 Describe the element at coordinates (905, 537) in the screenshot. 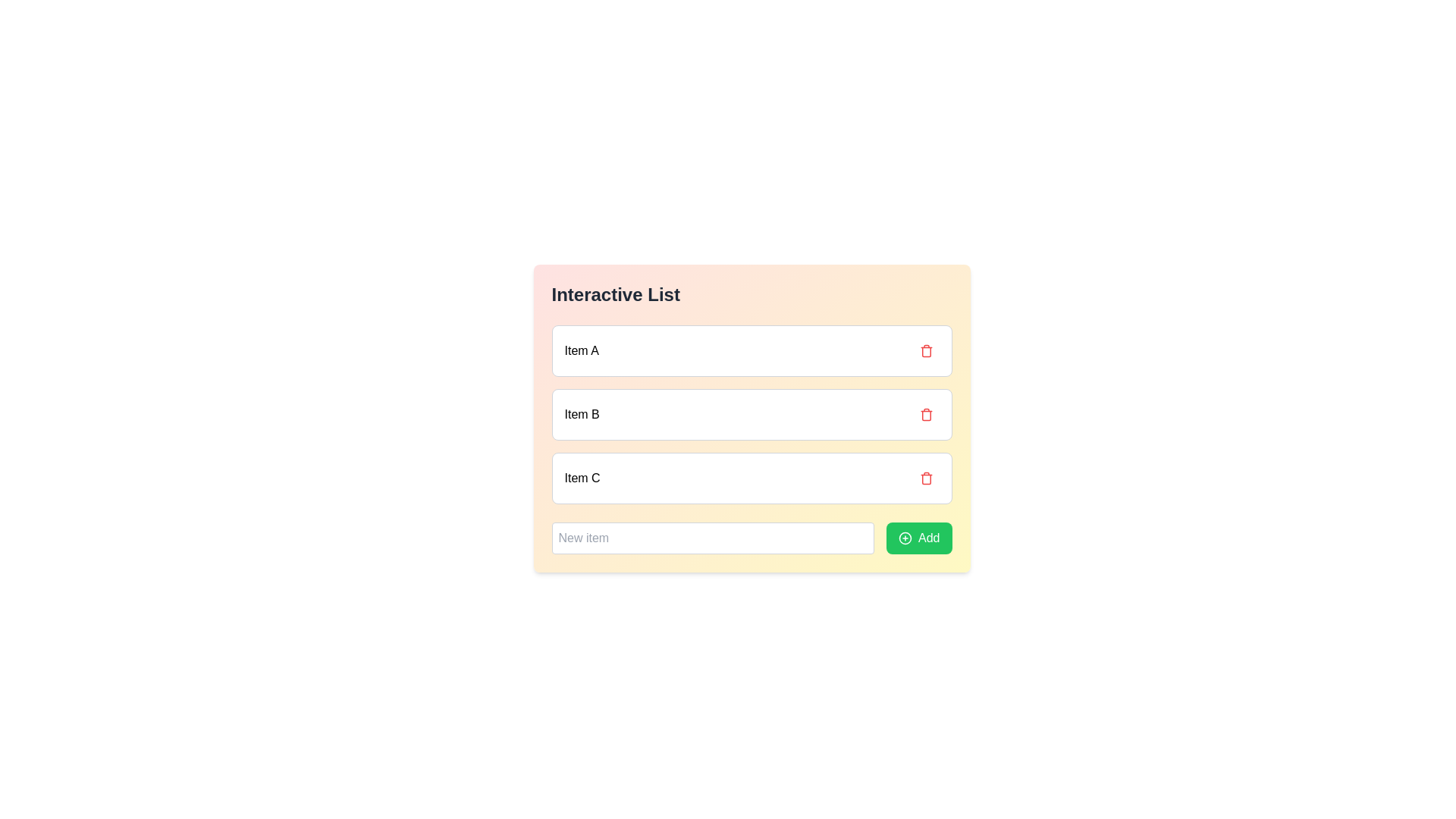

I see `the addition icon located in the bottom-right corner of the green 'Add' button within the form entry` at that location.